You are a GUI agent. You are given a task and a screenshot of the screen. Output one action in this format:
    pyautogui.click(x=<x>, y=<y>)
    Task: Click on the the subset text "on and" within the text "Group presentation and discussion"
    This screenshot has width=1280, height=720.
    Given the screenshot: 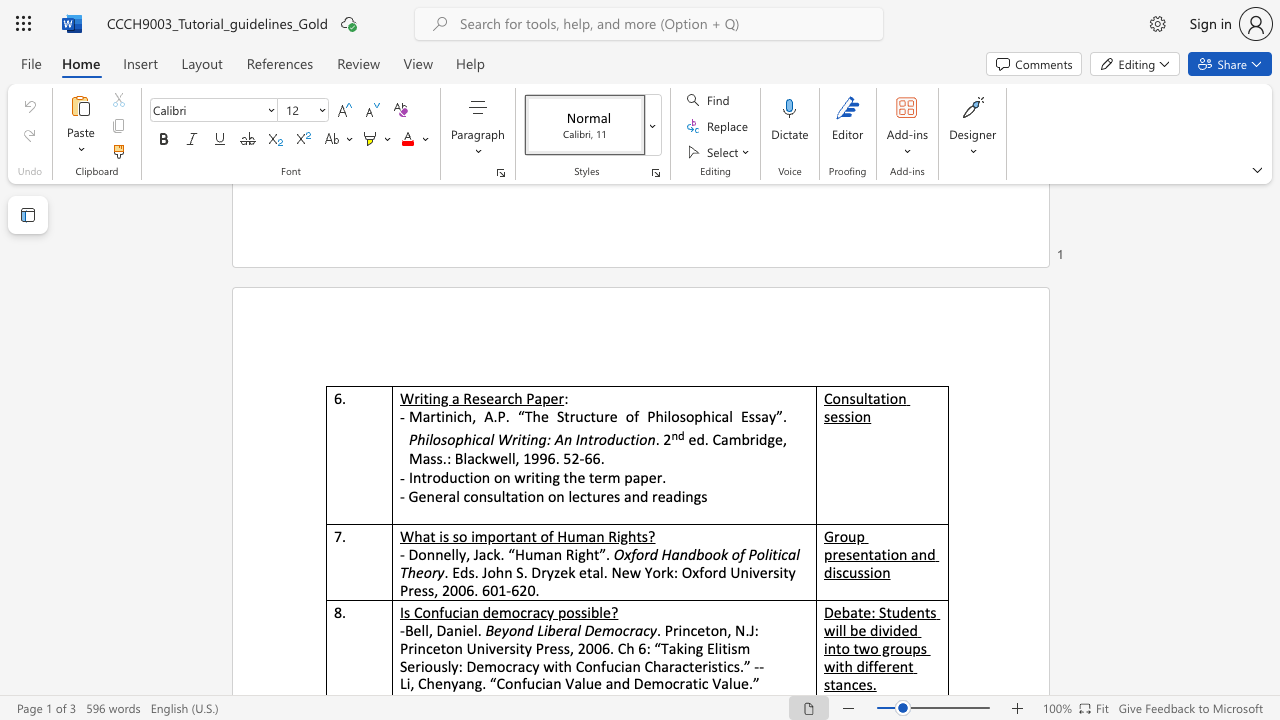 What is the action you would take?
    pyautogui.click(x=889, y=554)
    